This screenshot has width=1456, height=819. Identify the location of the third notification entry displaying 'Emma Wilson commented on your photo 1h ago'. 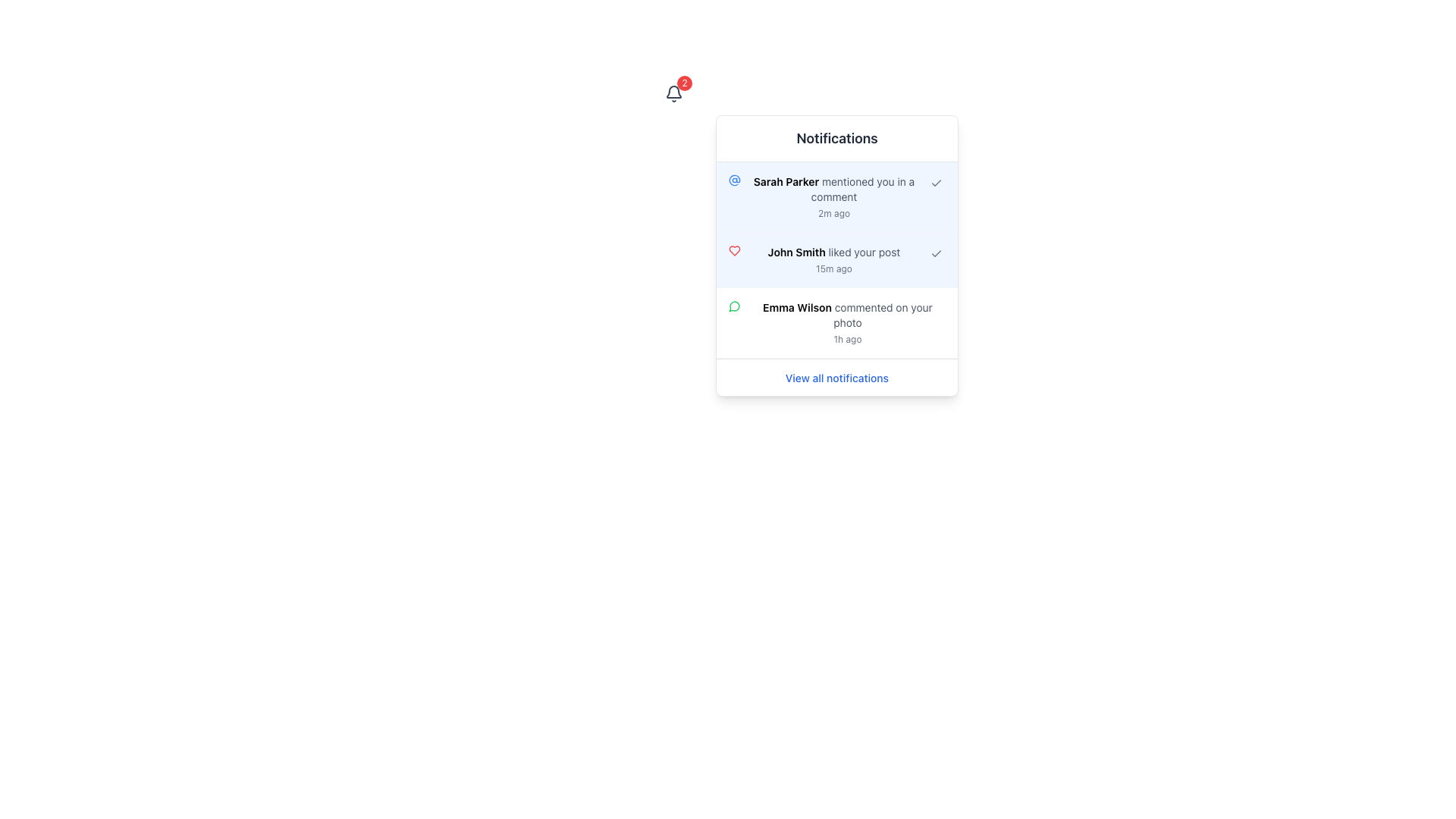
(836, 322).